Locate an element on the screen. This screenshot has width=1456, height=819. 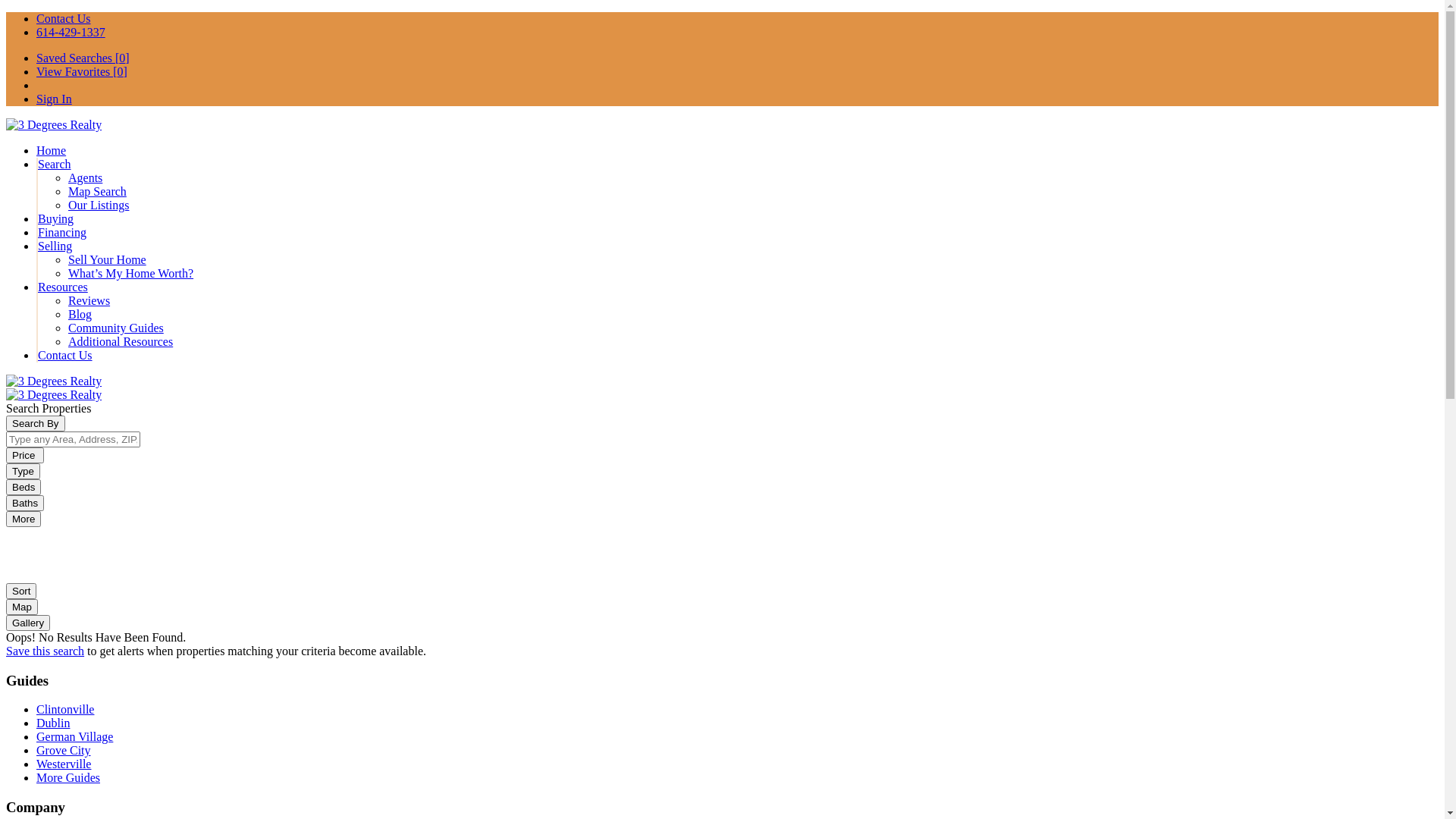
'Map' is located at coordinates (21, 606).